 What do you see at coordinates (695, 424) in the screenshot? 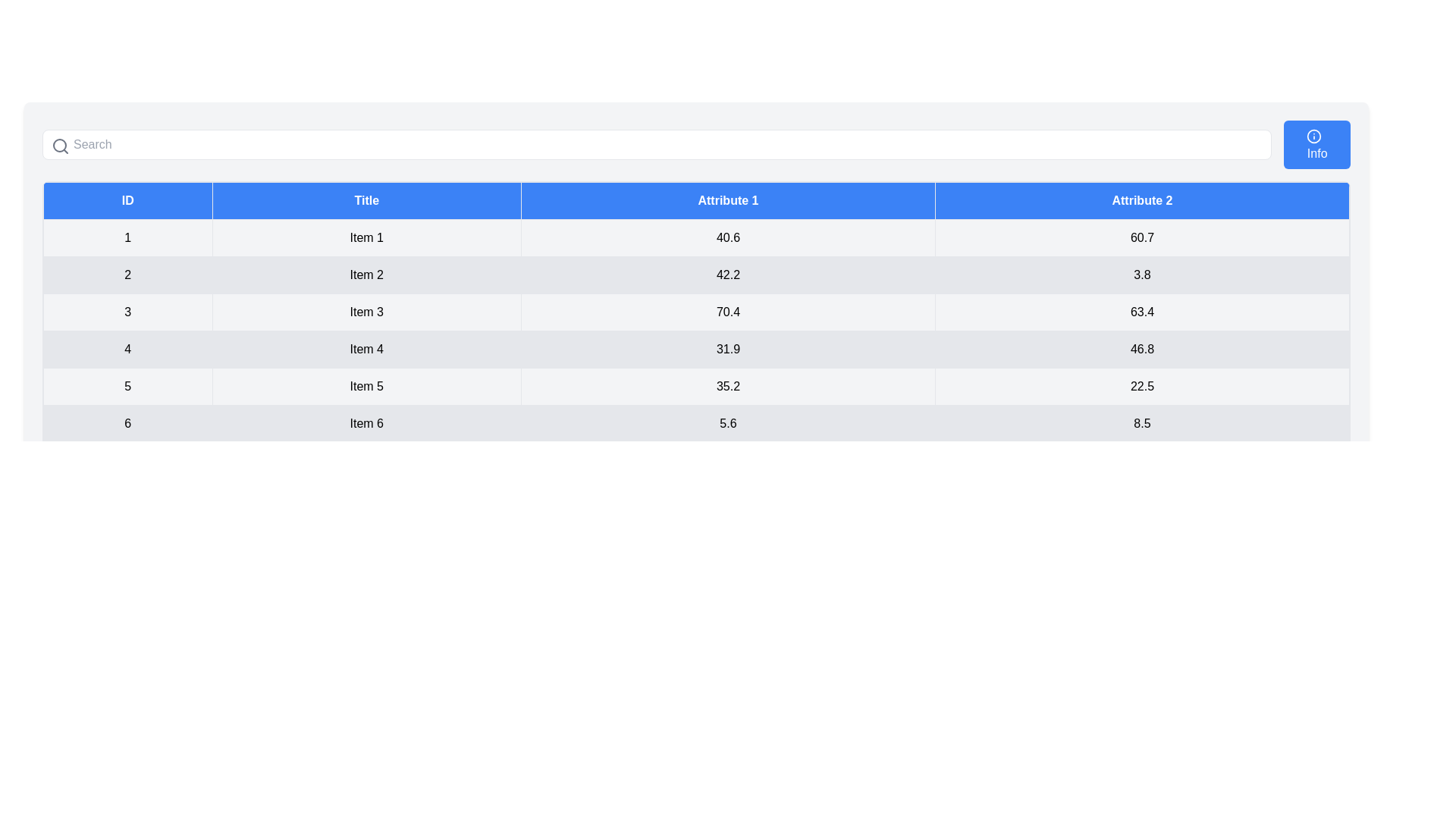
I see `the row corresponding to the ID 6 in the table` at bounding box center [695, 424].